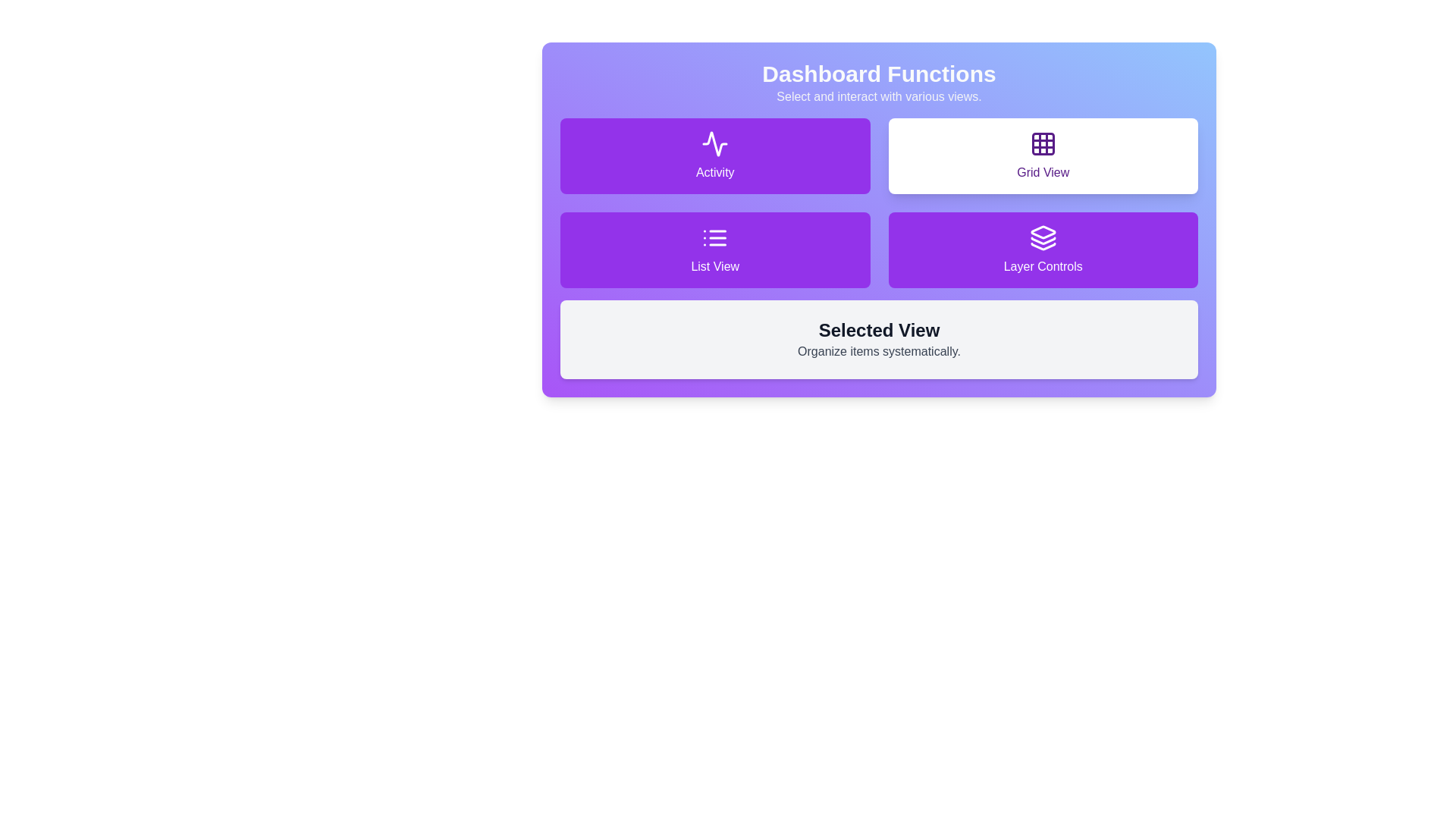  I want to click on the layer controls button located in the bottom-right corner of the grid, so click(1042, 249).